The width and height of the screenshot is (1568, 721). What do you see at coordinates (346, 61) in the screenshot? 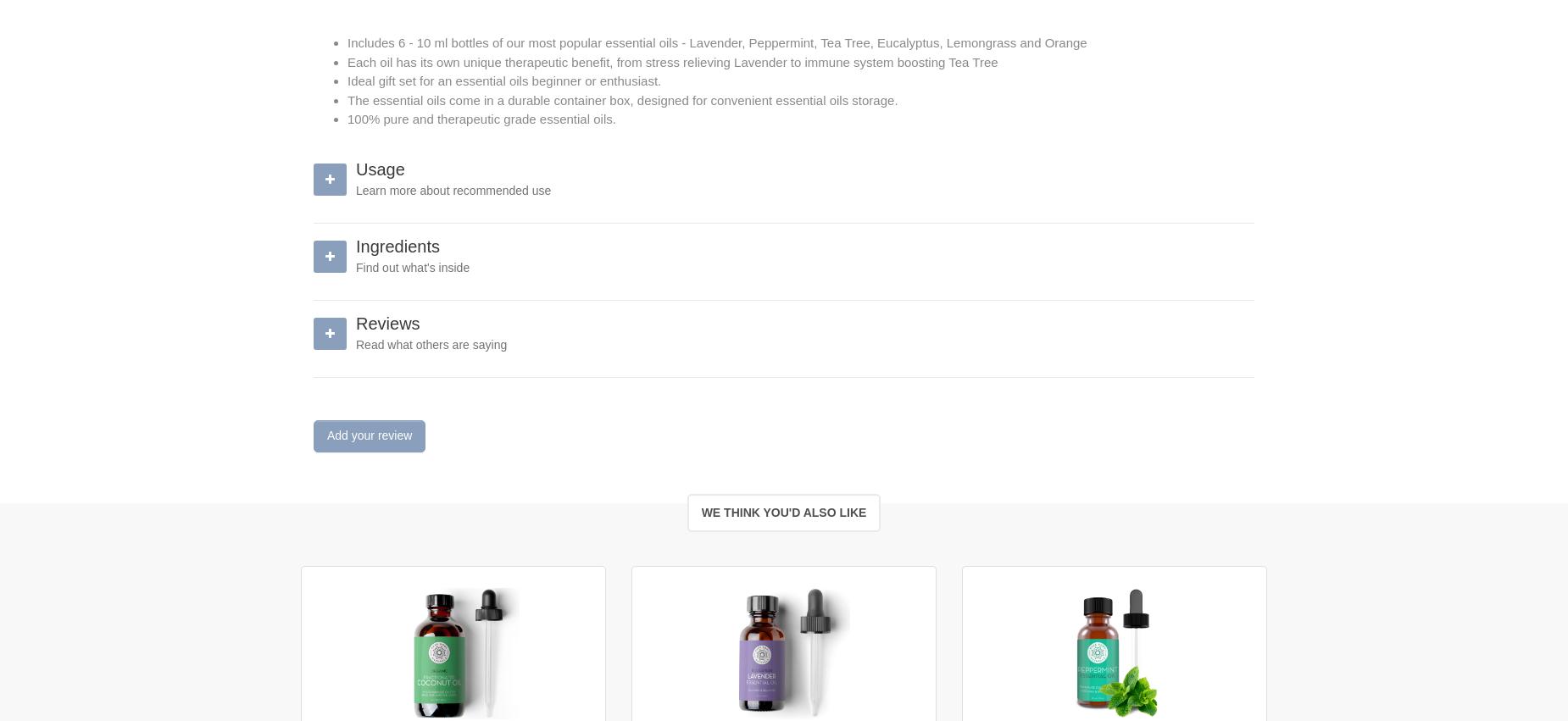
I see `'Each oil has its own unique therapeutic benefit, from stress relieving Lavender to immune system boosting Tea Tree'` at bounding box center [346, 61].